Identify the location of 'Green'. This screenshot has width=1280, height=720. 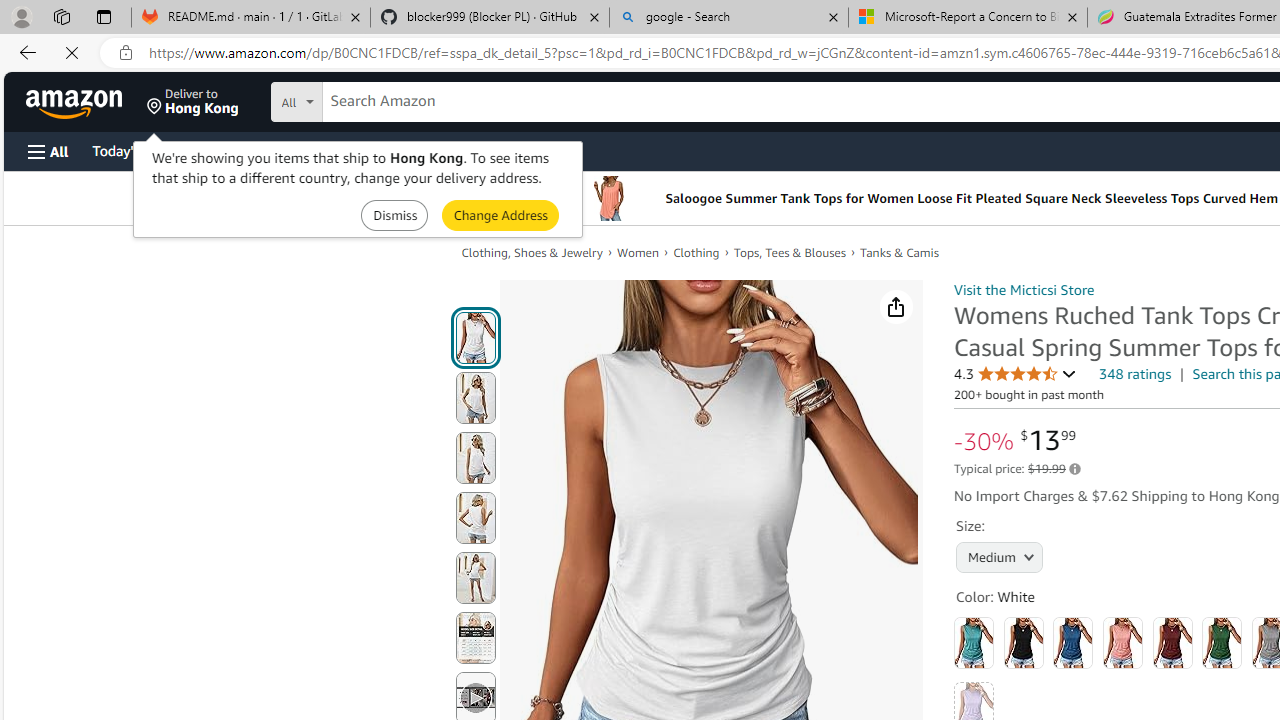
(1221, 642).